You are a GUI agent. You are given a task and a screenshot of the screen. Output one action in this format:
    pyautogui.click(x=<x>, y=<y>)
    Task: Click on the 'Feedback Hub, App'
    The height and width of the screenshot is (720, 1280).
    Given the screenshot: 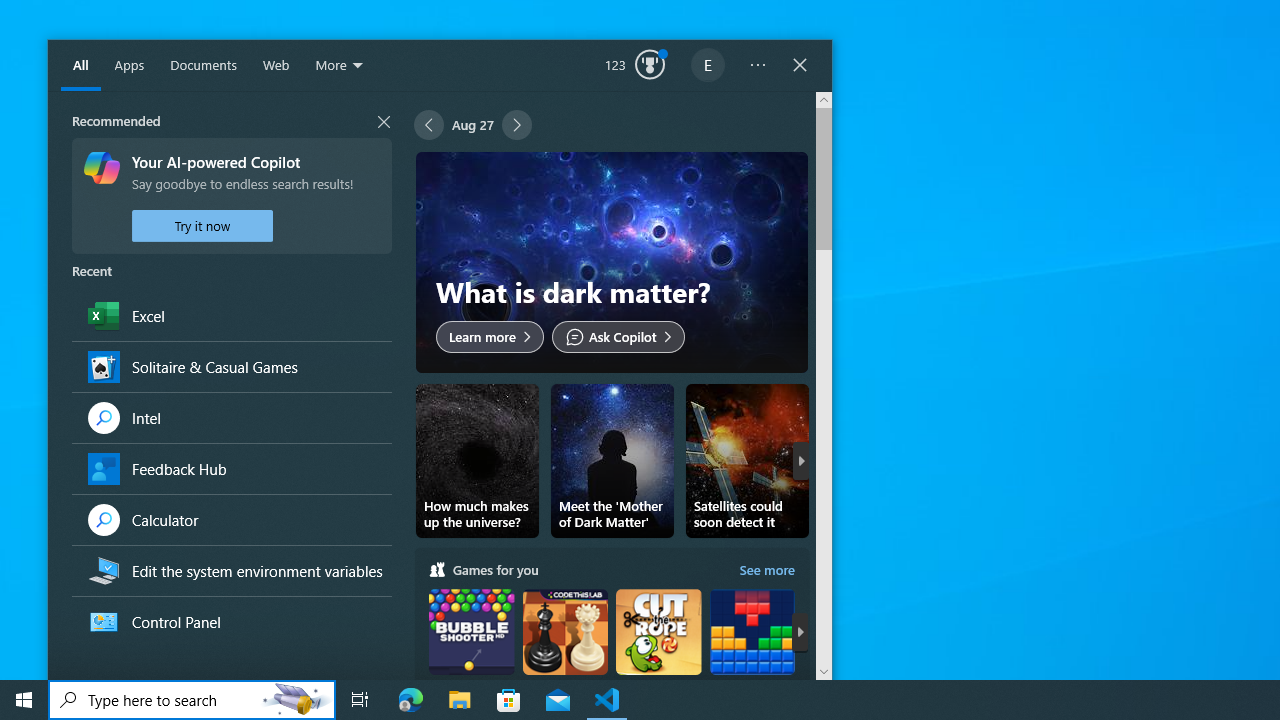 What is the action you would take?
    pyautogui.click(x=231, y=468)
    